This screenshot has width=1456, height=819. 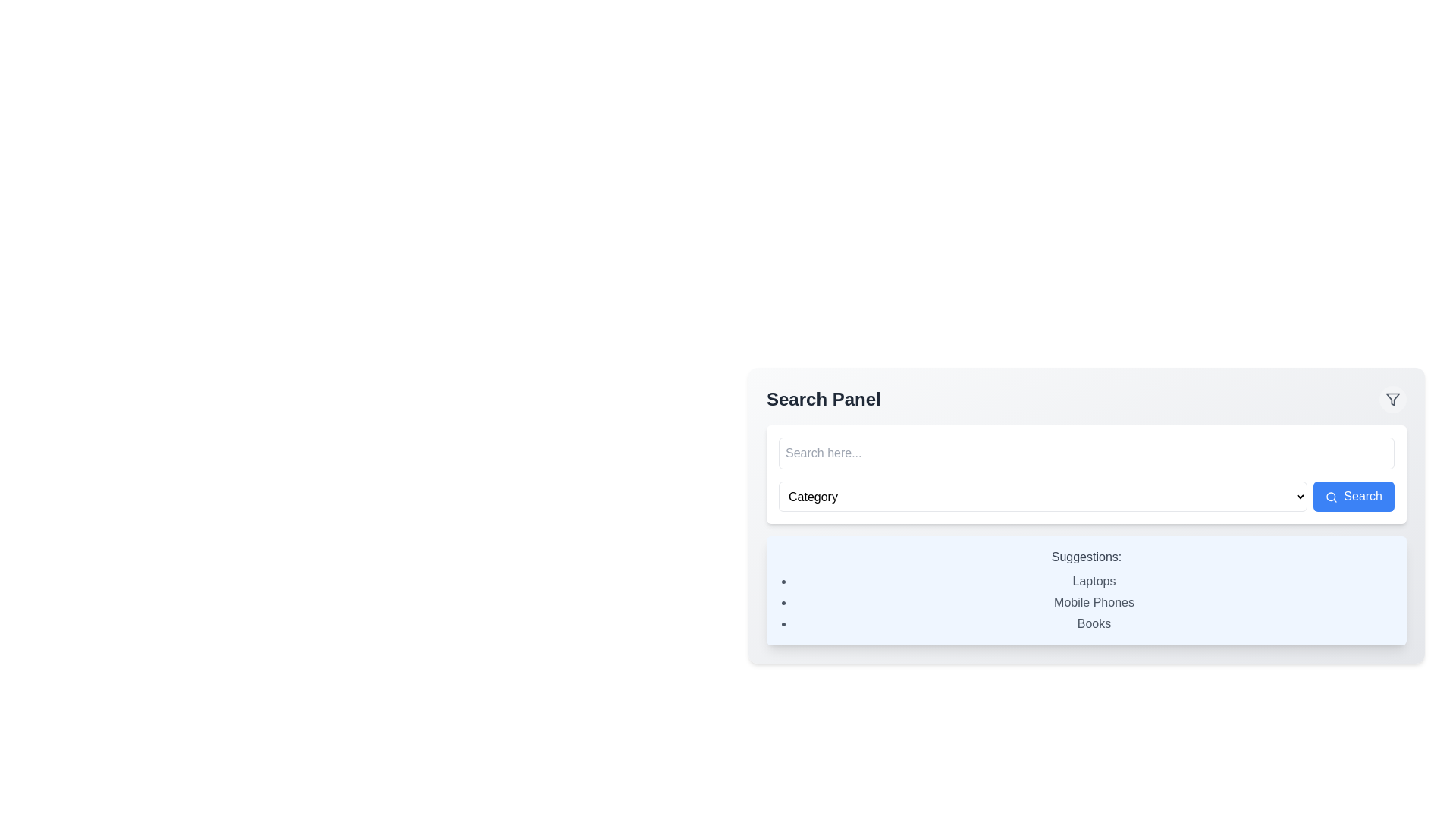 I want to click on displayed text from the ordered list or bullet-point list located in the lower section of the 'Search Panel', beneath the title 'Suggestions:' and above a blank space, so click(x=1086, y=601).